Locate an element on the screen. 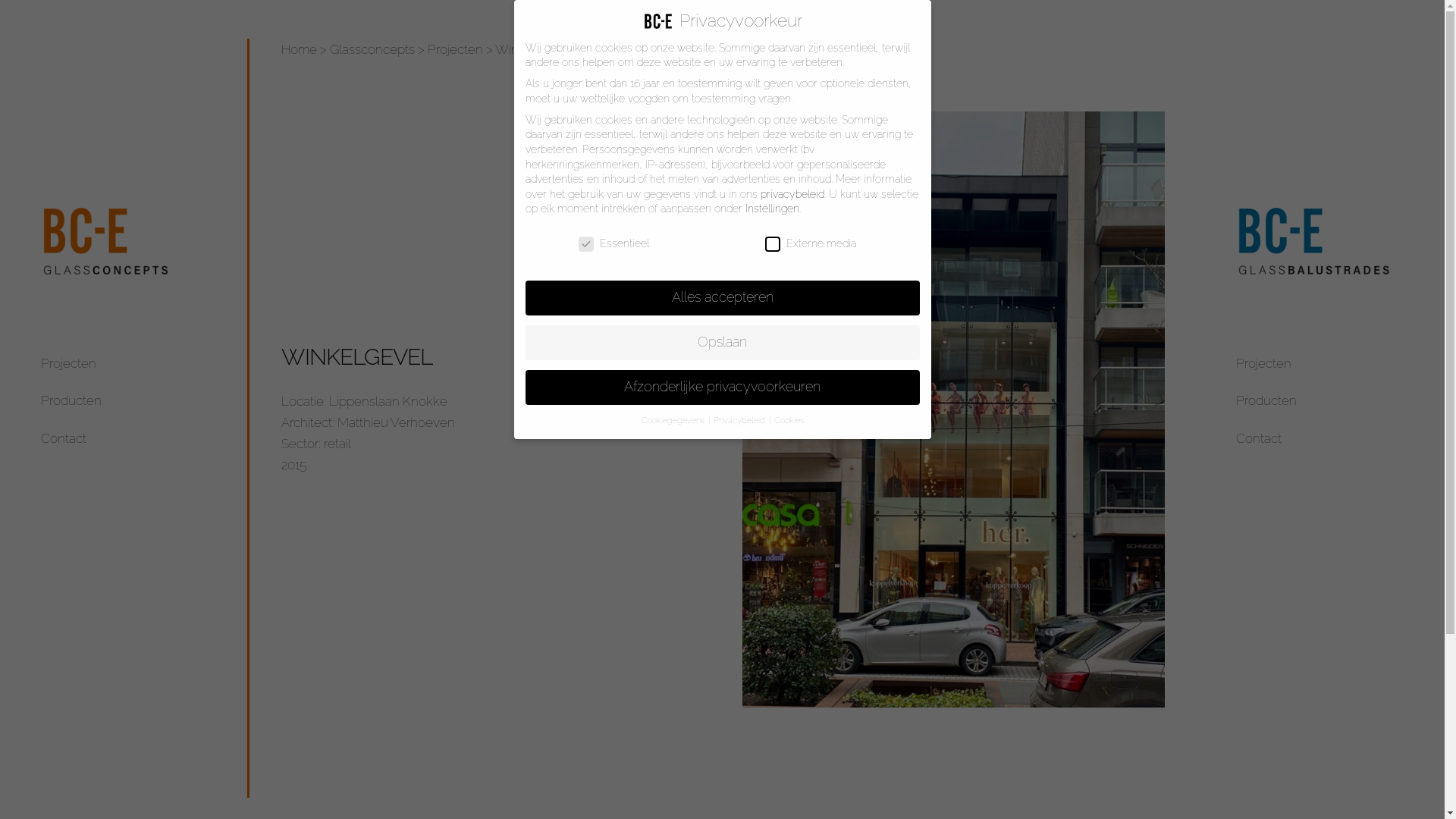 The height and width of the screenshot is (819, 1456). 'Cookies' is located at coordinates (773, 420).